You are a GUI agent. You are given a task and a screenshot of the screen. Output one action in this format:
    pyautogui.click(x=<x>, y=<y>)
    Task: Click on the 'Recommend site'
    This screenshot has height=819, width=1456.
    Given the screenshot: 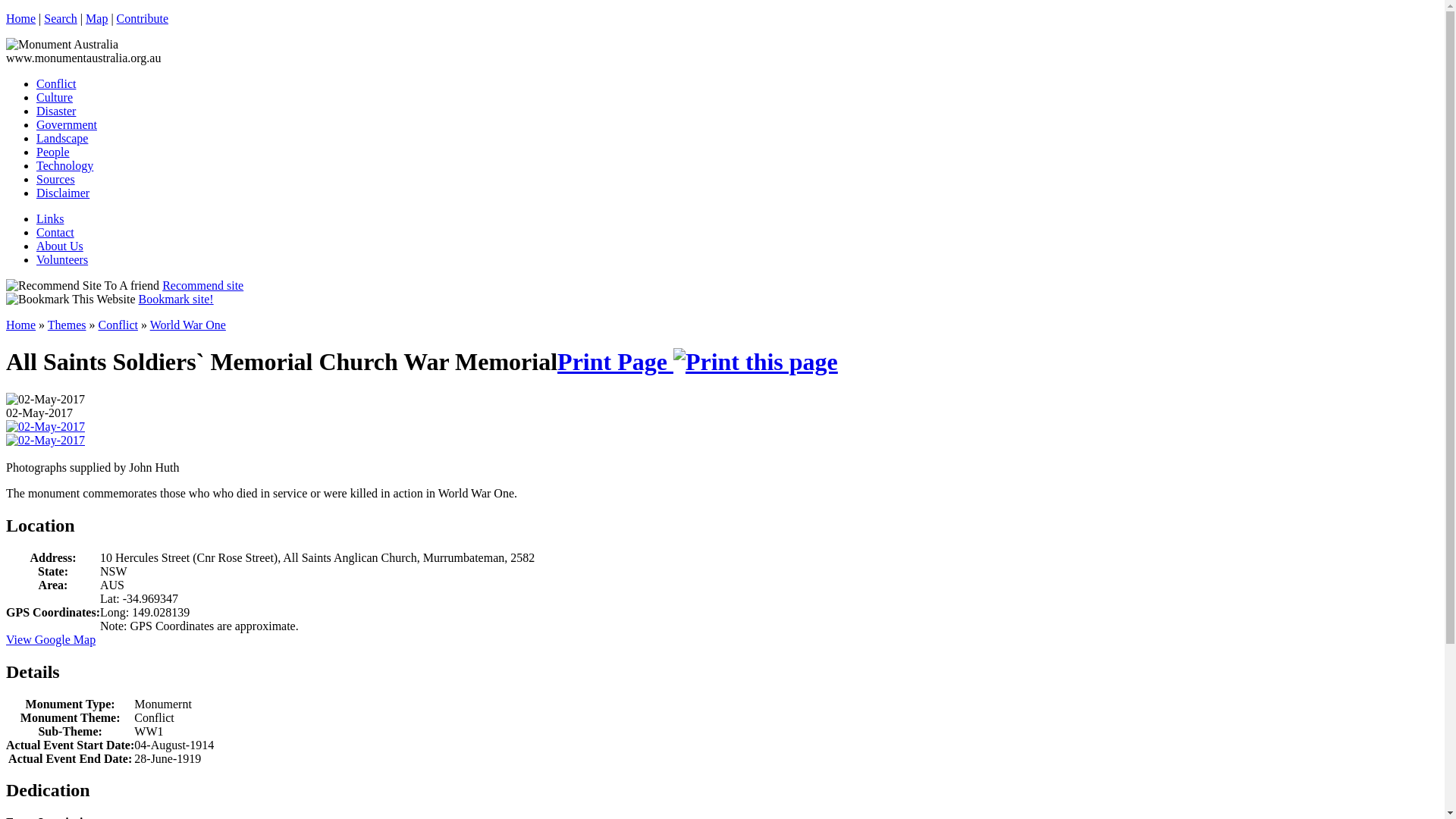 What is the action you would take?
    pyautogui.click(x=202, y=285)
    